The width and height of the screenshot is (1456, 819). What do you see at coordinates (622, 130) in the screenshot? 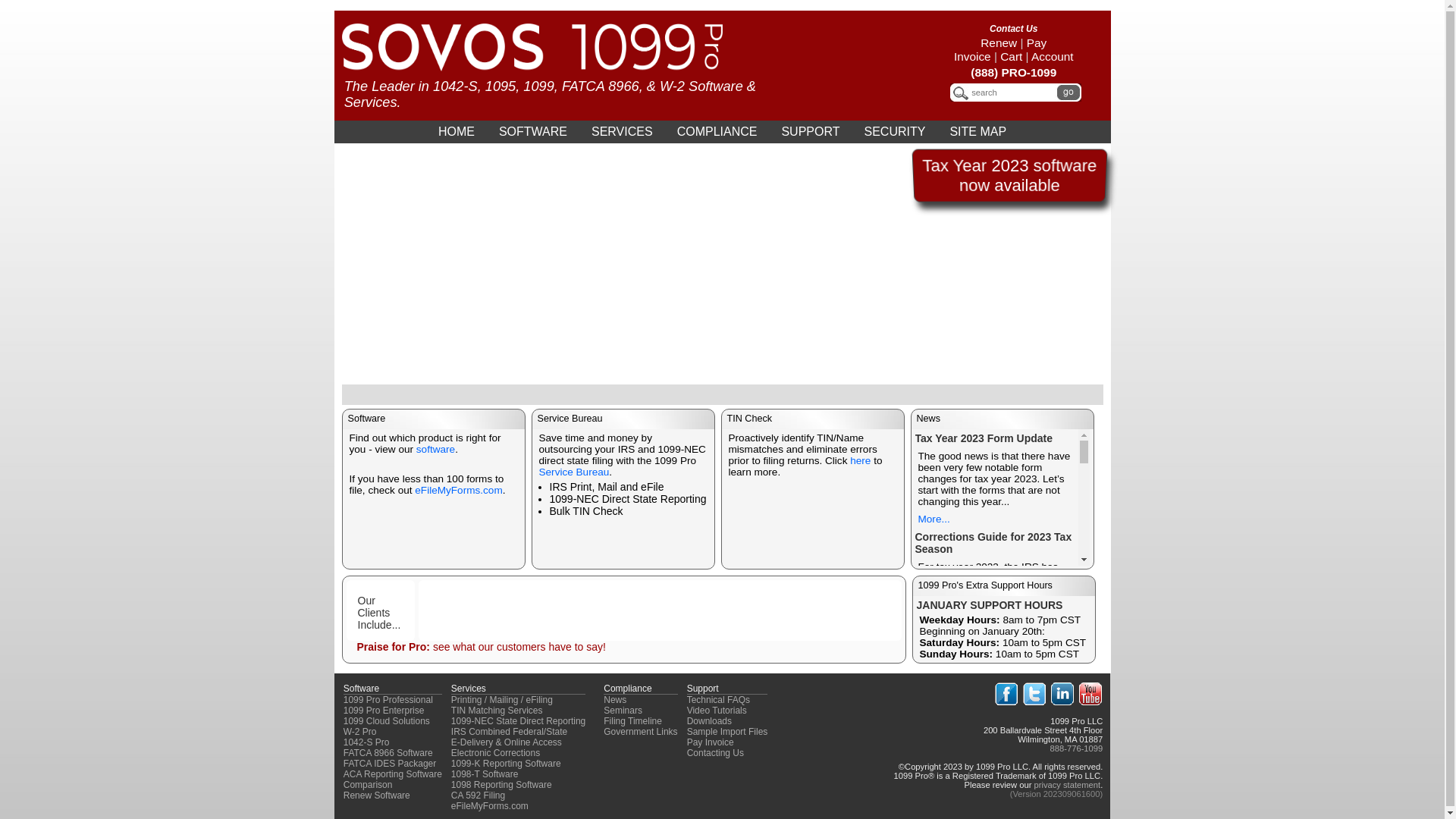
I see `'SERVICES'` at bounding box center [622, 130].